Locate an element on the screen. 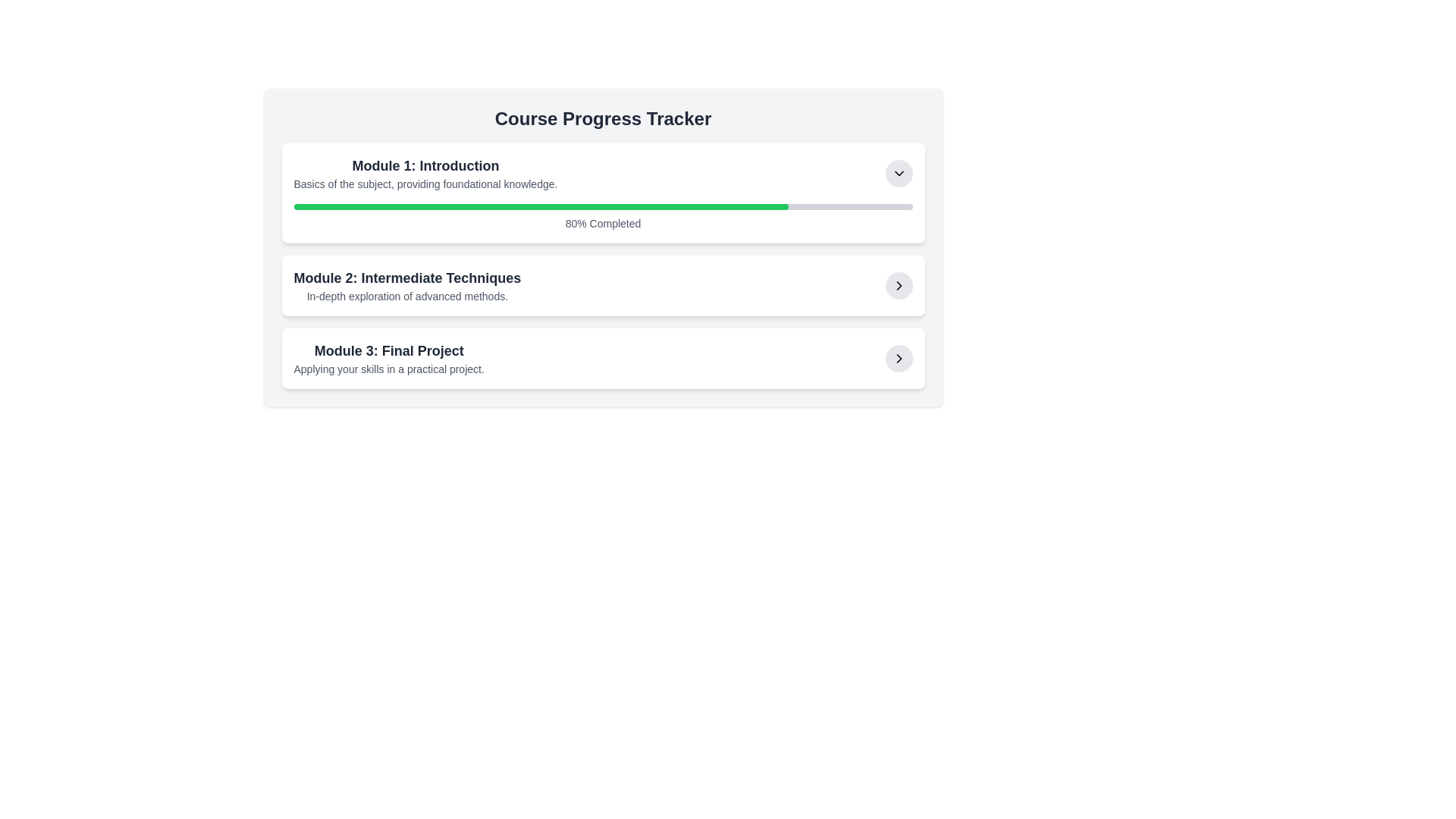  text block titled 'Module 2: Intermediate Techniques,' which contains information about advanced methods, located in the center column of the interface is located at coordinates (407, 286).